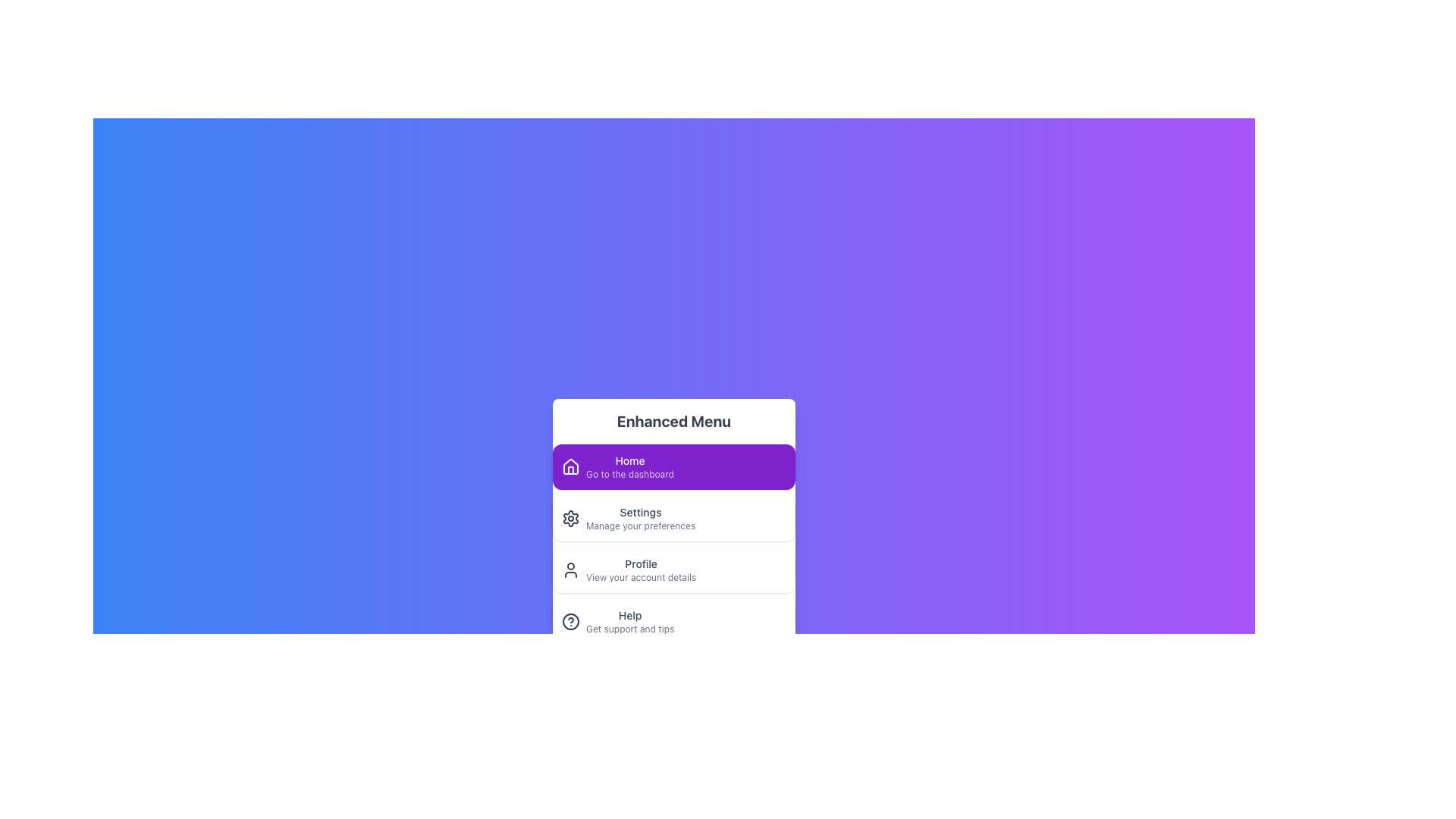  Describe the element at coordinates (673, 570) in the screenshot. I see `the 'Profile' button, which is a rectangular UI component with a white background, soft rounded corners, and a user silhouette icon followed by the text 'Profile' and 'View your account details'` at that location.